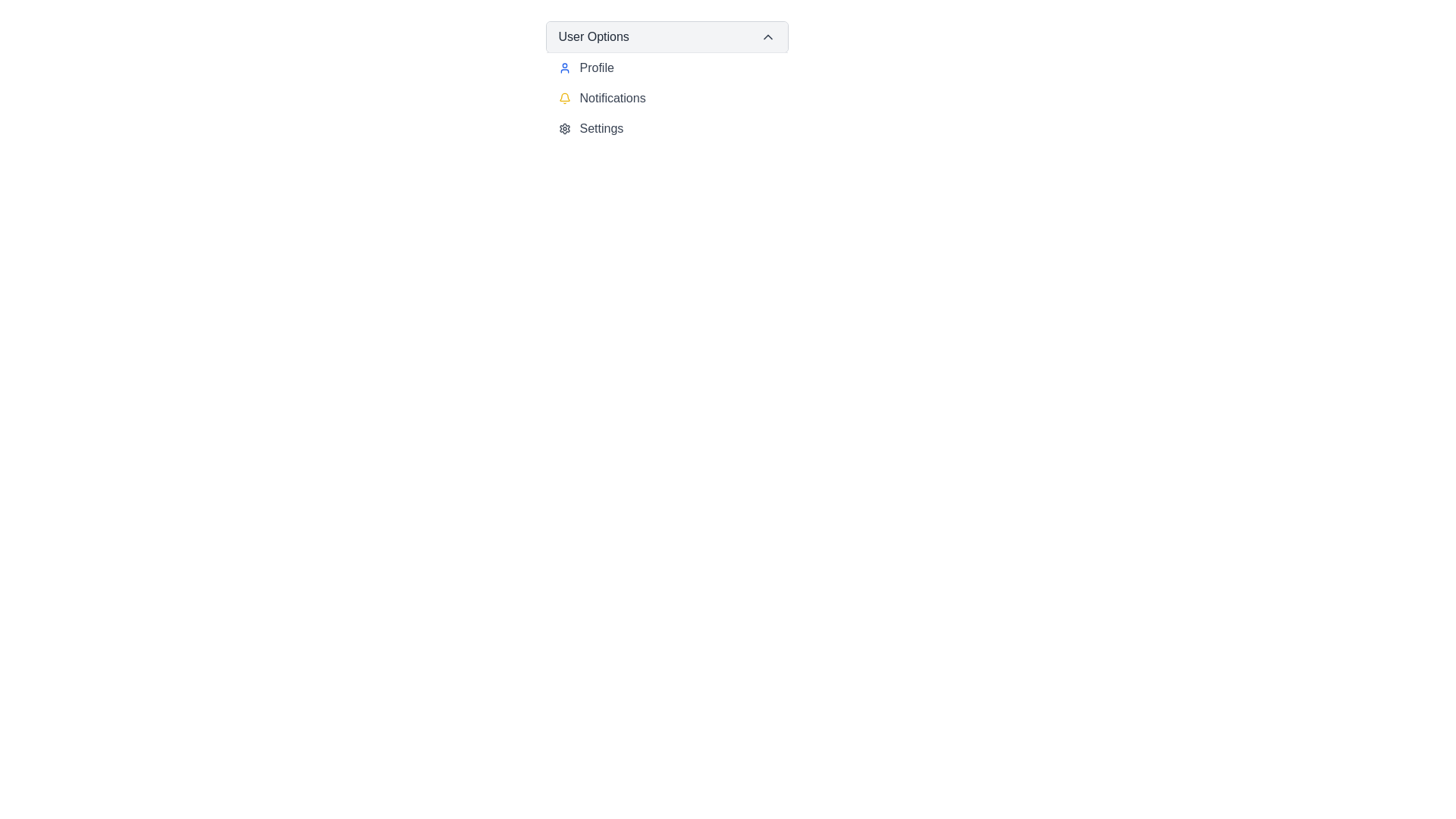  I want to click on the third item, so click(667, 127).